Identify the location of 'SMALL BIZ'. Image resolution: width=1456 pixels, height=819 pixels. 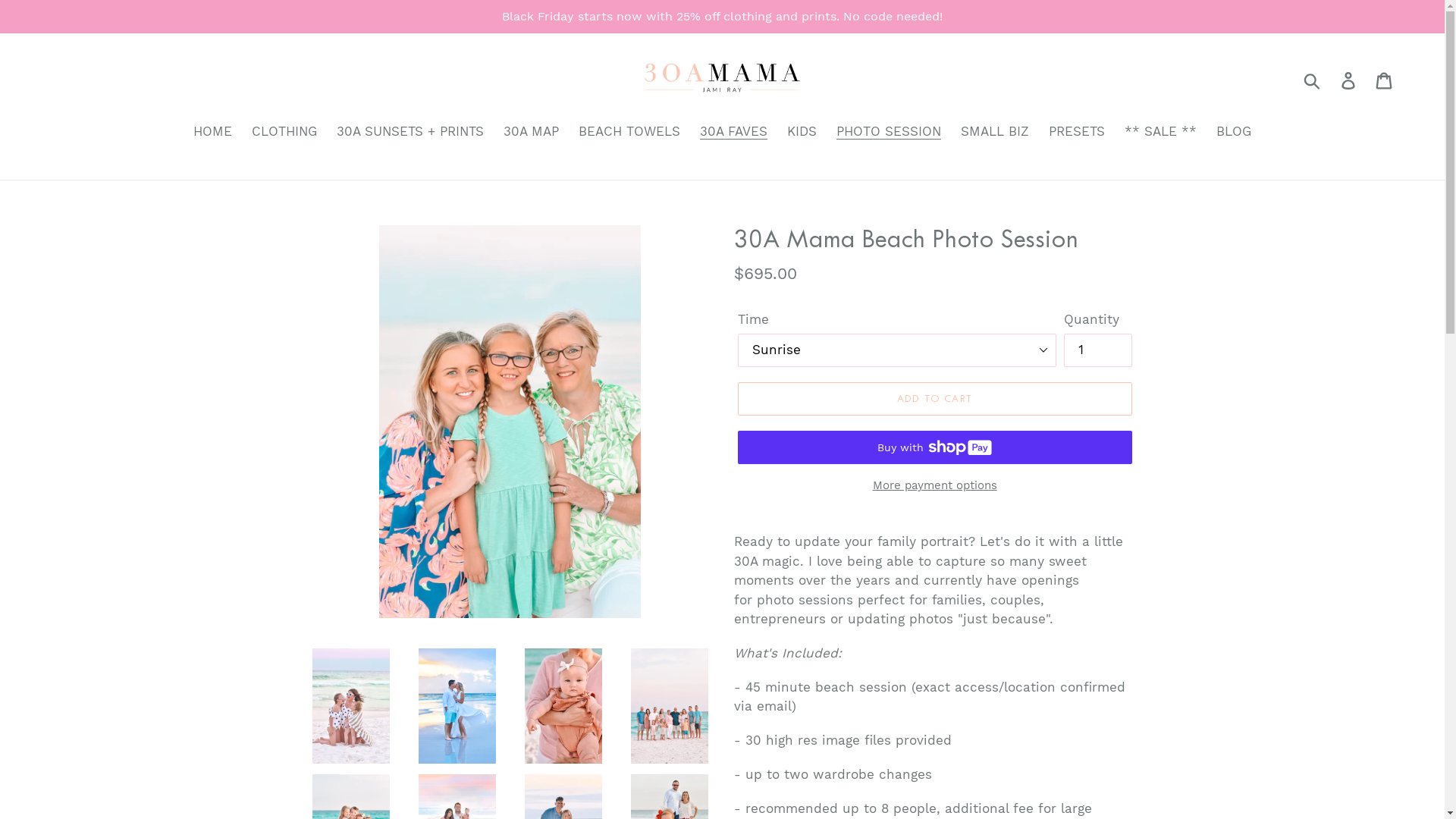
(994, 132).